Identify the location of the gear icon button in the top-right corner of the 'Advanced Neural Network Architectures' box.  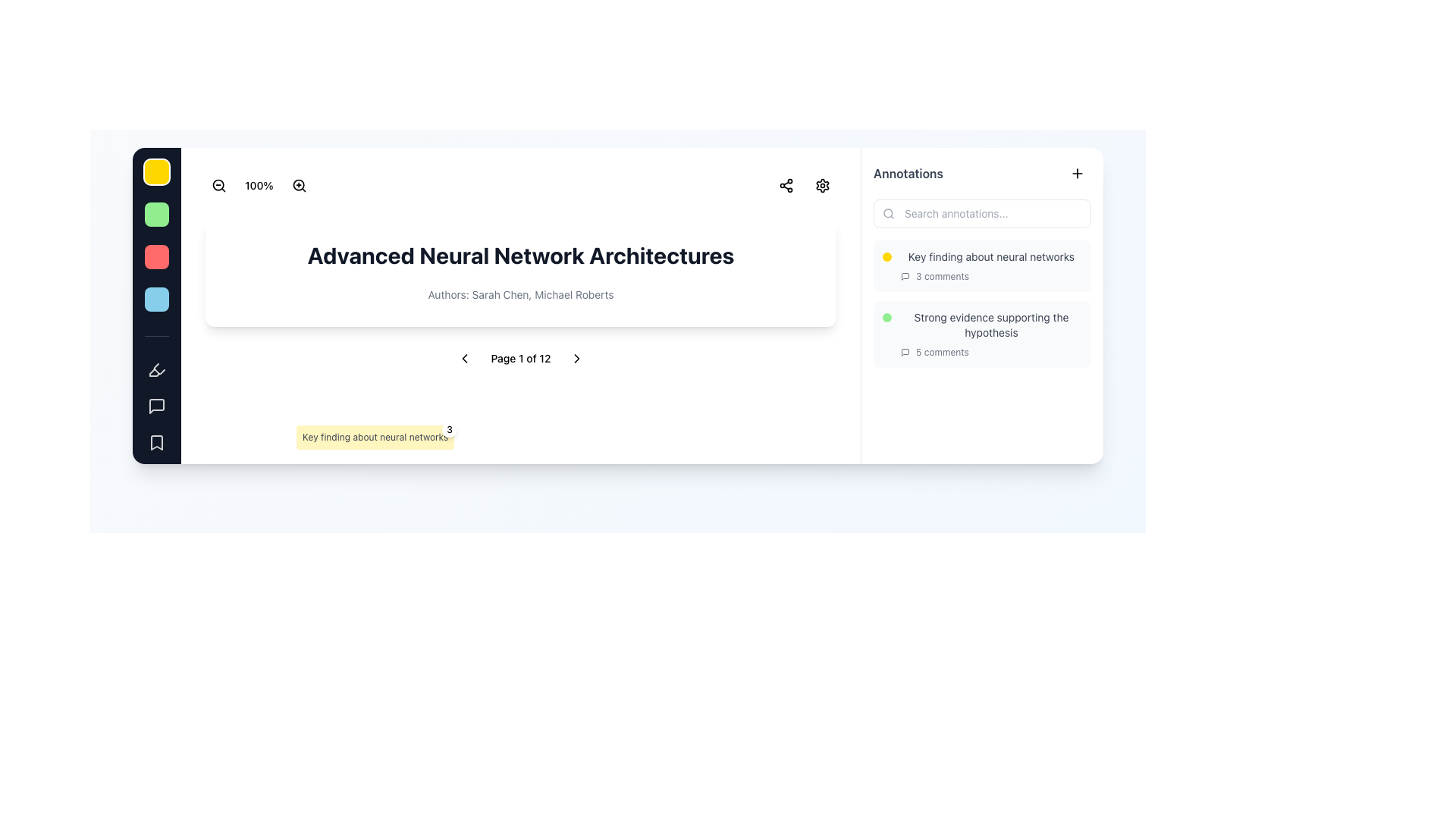
(821, 185).